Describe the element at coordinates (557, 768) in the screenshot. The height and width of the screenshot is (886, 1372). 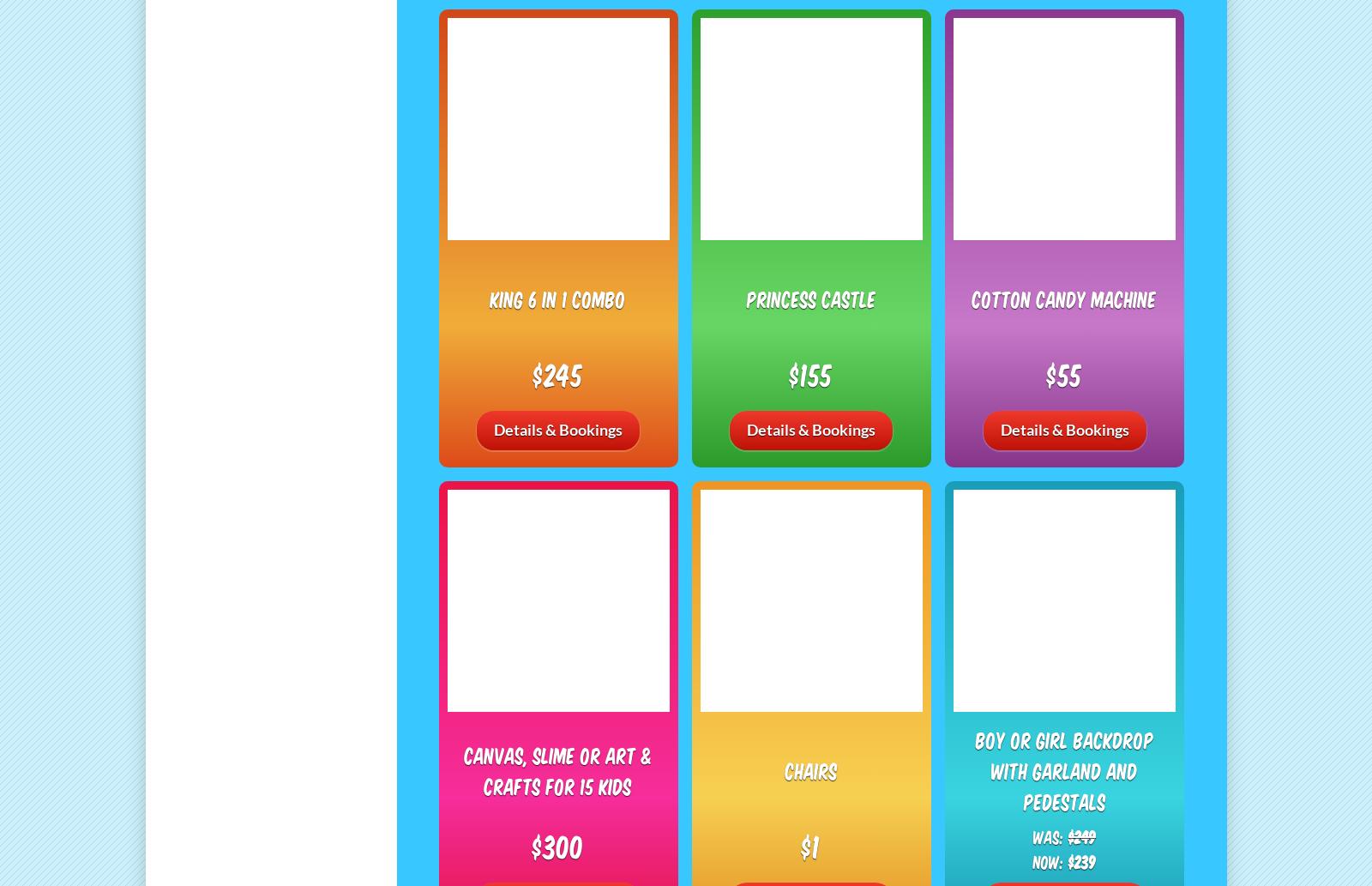
I see `'Canvas, Slime or Art & Crafts for 15 Kids'` at that location.